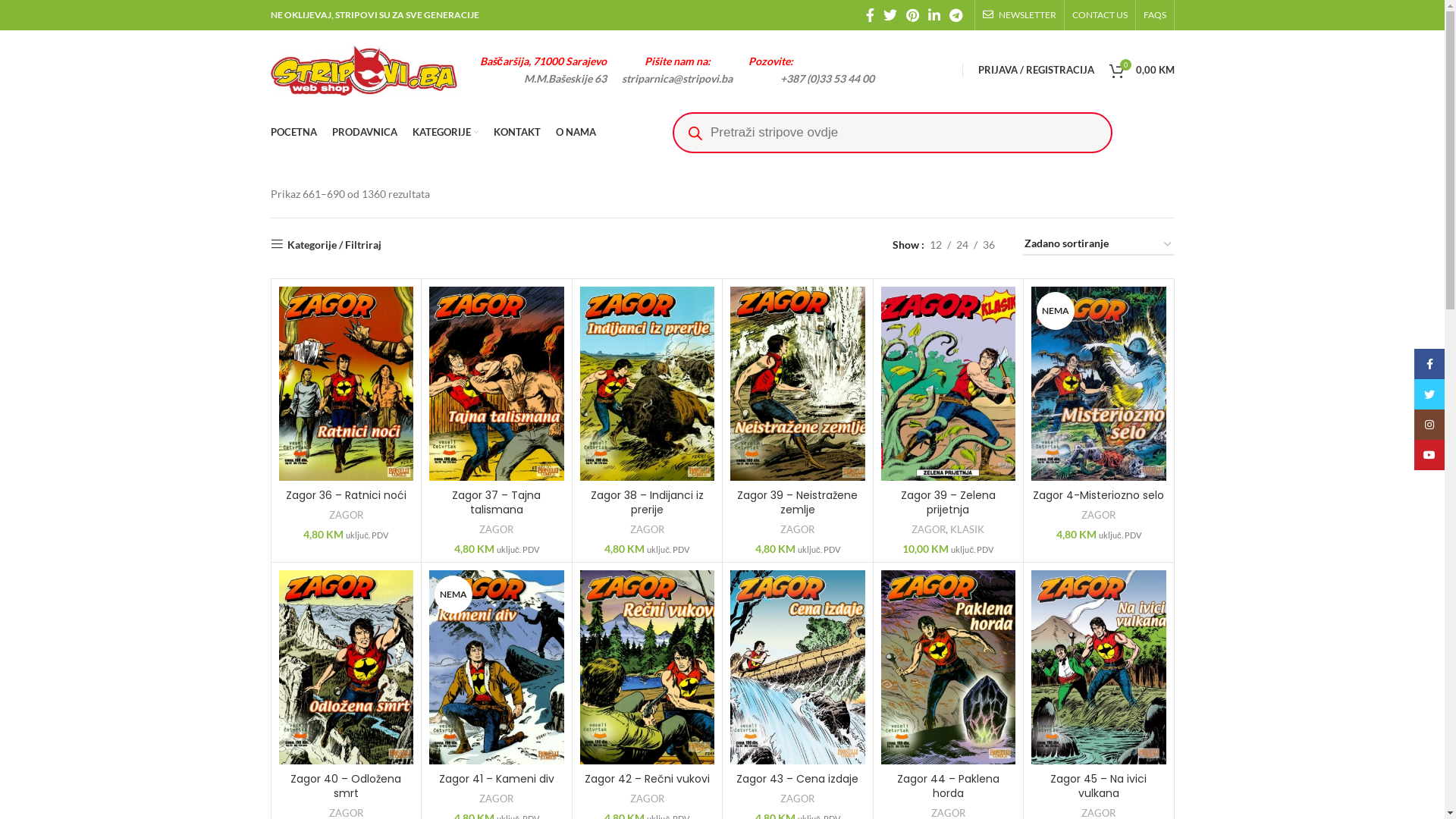  I want to click on 'NEWSLETTER', so click(1019, 14).